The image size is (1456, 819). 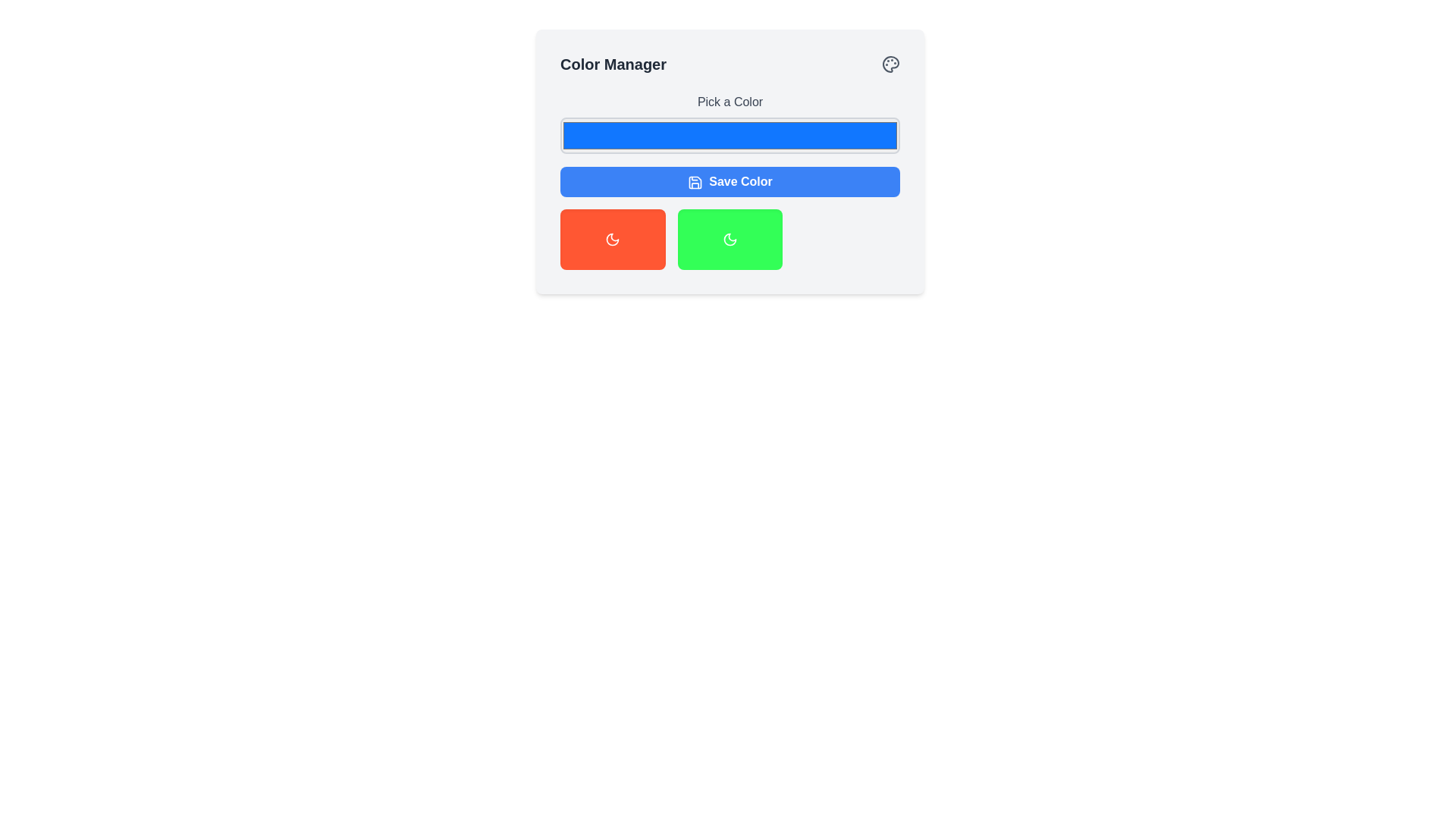 I want to click on the red button with rounded corners and a white moon-styled icon, located in the 'Color Manager' section as the first button from the left in the bottom row of the grid, so click(x=613, y=239).